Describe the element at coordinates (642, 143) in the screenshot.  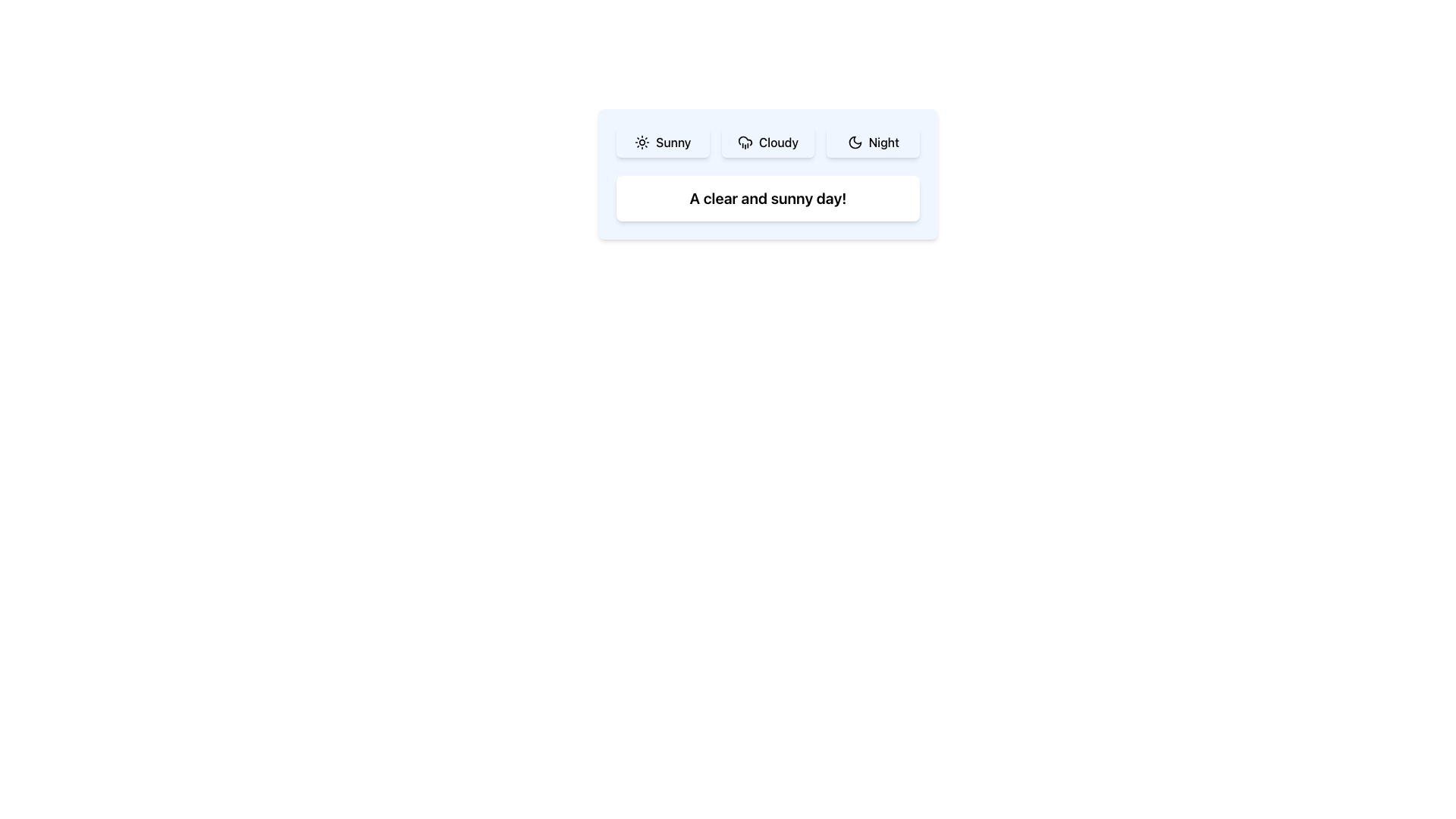
I see `the sun icon located within the first button of the horizontal list, which is labeled 'Sunny'. This icon features a circular center with radial lines representing sunlight, and is visually aligned to the left of the 'Sunny' text` at that location.